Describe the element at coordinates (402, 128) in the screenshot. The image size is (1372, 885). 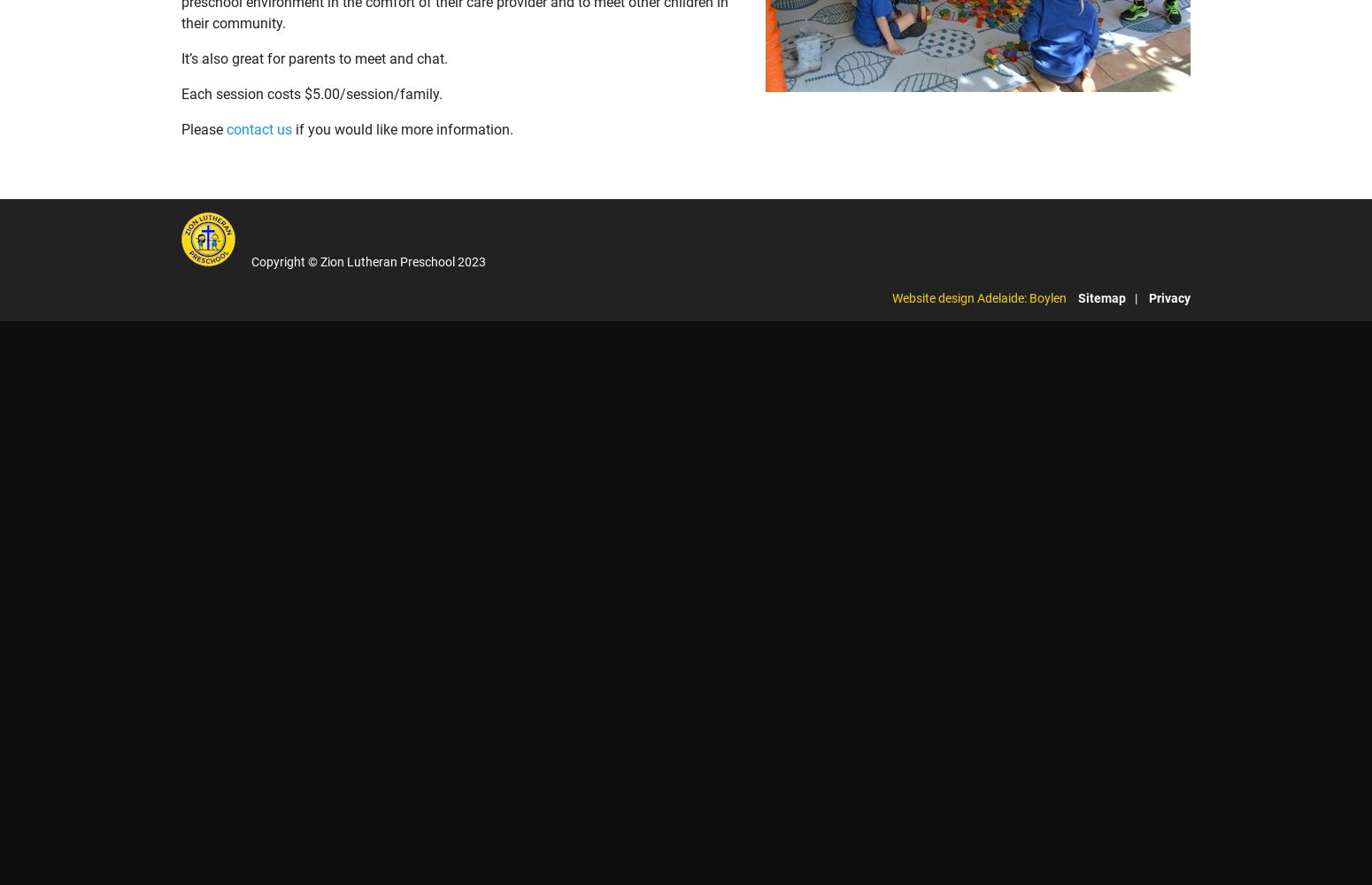
I see `'if you would like more information.'` at that location.